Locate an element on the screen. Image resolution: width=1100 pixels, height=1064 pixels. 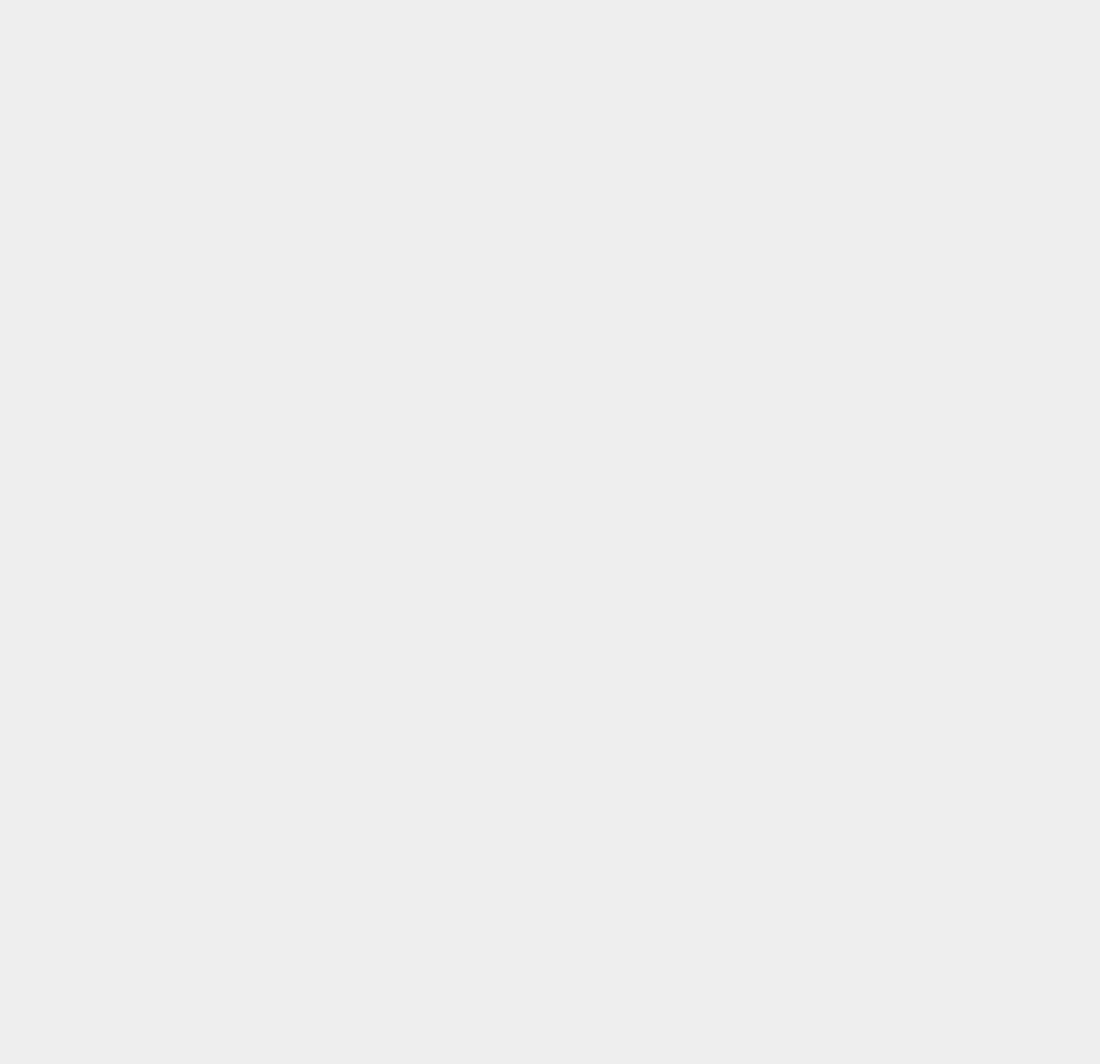
'Xbox One' is located at coordinates (807, 939).